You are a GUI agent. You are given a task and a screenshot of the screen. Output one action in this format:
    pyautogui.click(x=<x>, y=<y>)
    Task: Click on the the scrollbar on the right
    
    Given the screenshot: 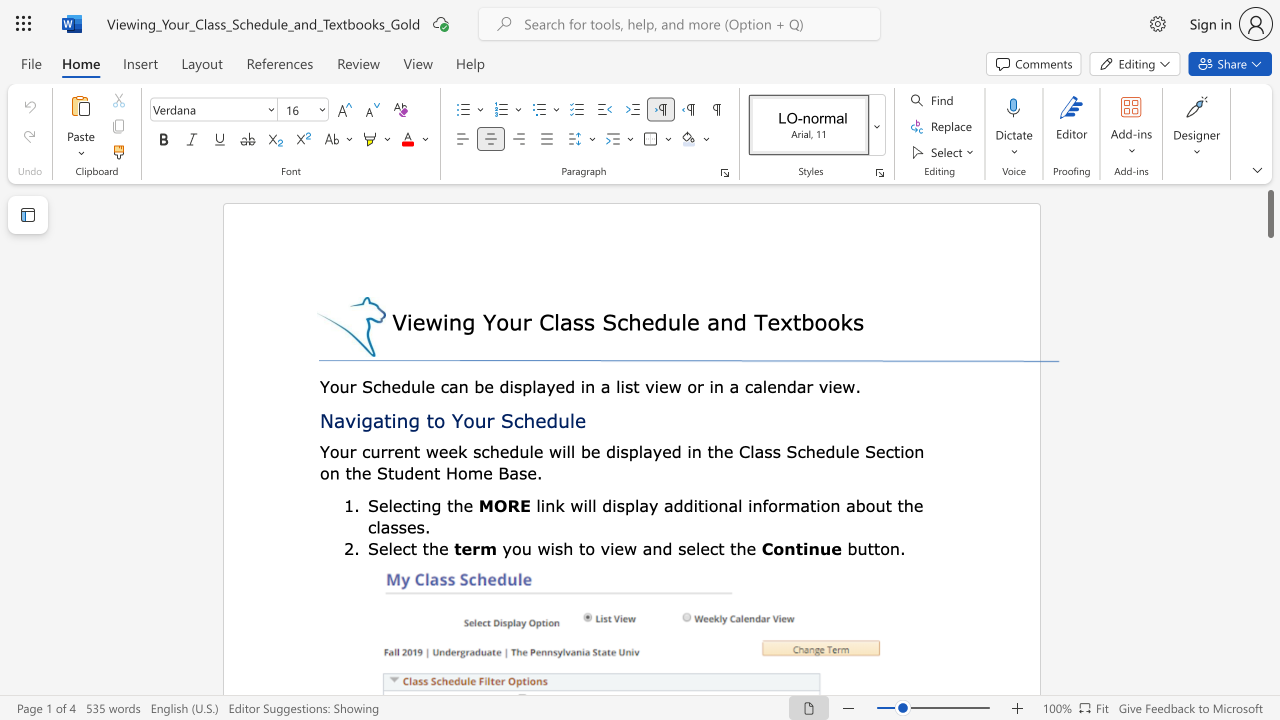 What is the action you would take?
    pyautogui.click(x=1269, y=540)
    